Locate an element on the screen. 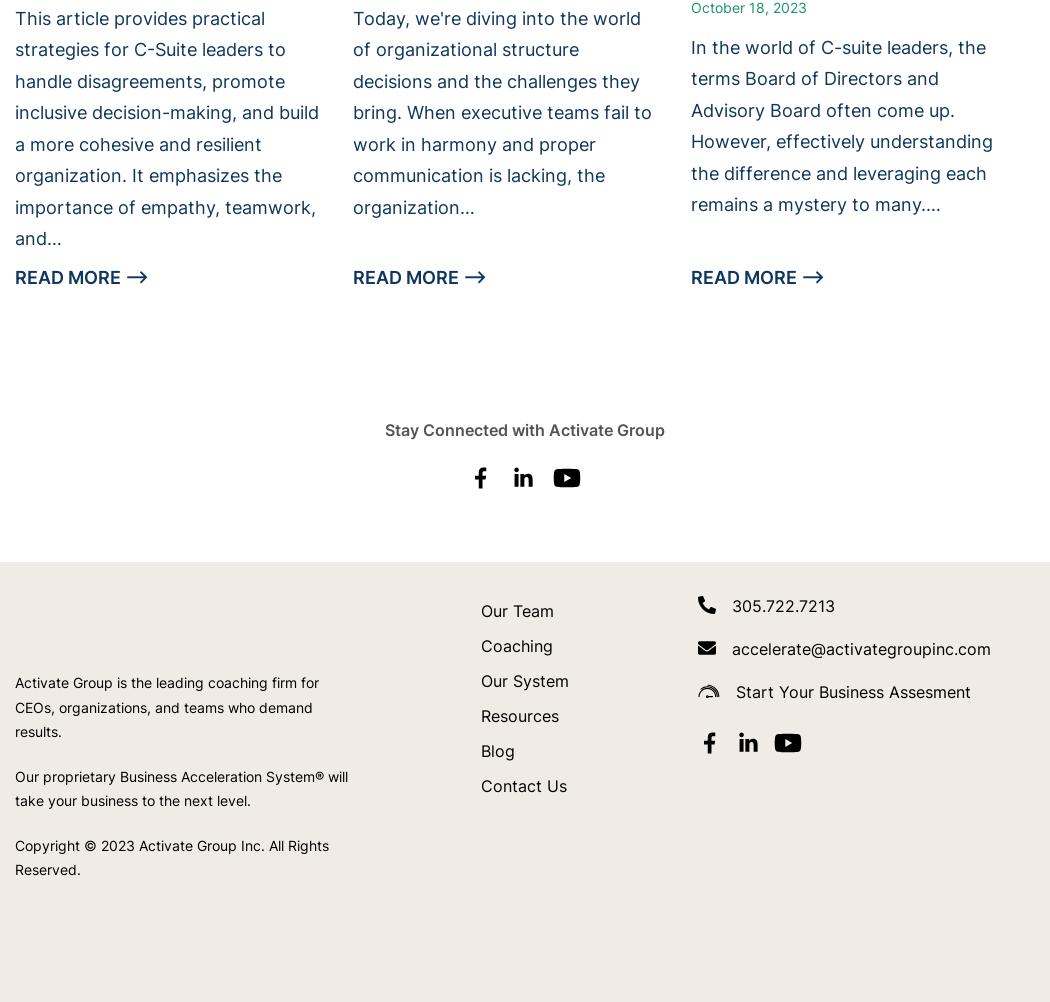 This screenshot has height=1002, width=1050. 'Contact Us' is located at coordinates (522, 783).